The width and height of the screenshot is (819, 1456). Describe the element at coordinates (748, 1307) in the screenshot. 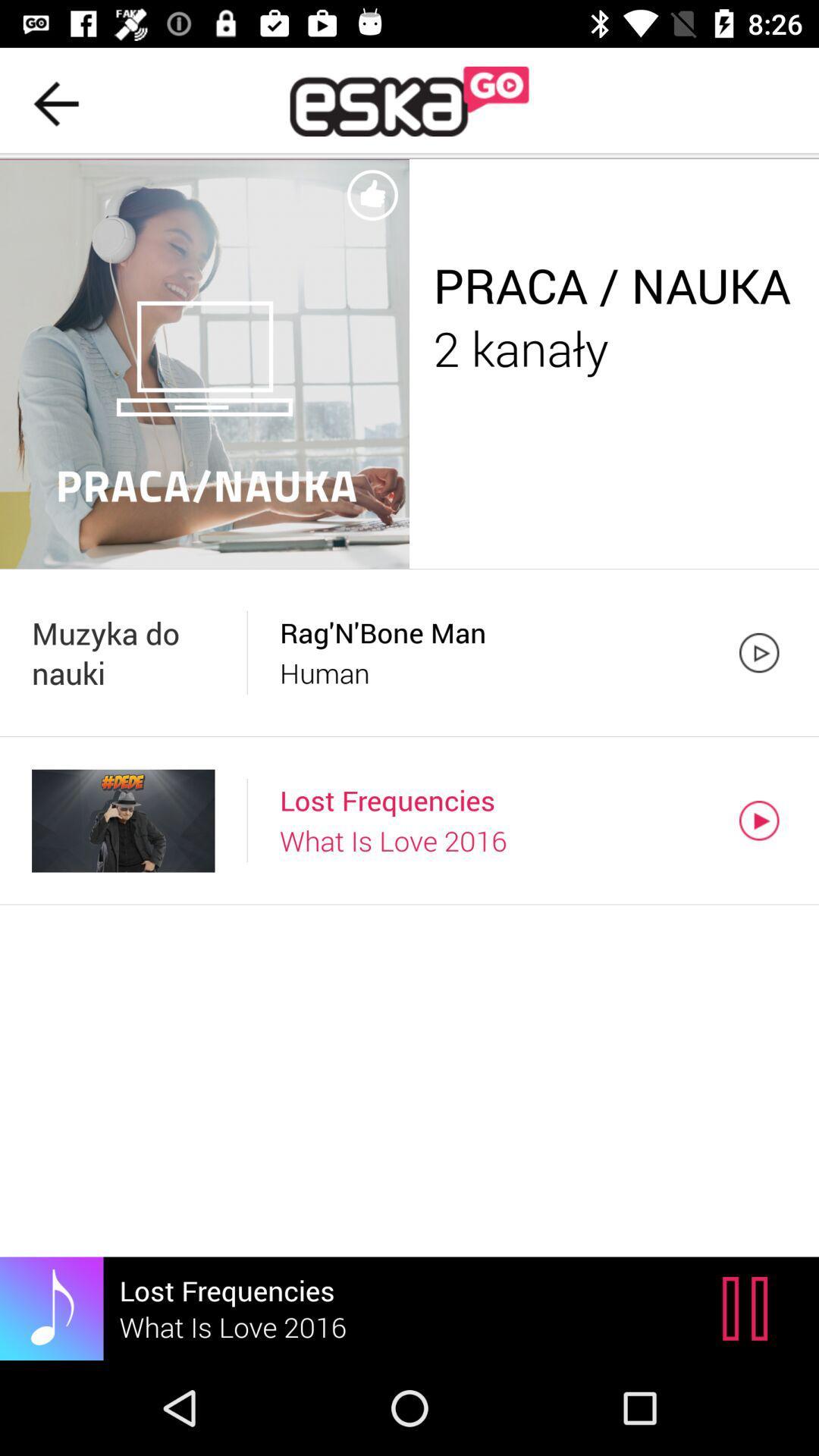

I see `icon to the right of the lost frequencies` at that location.